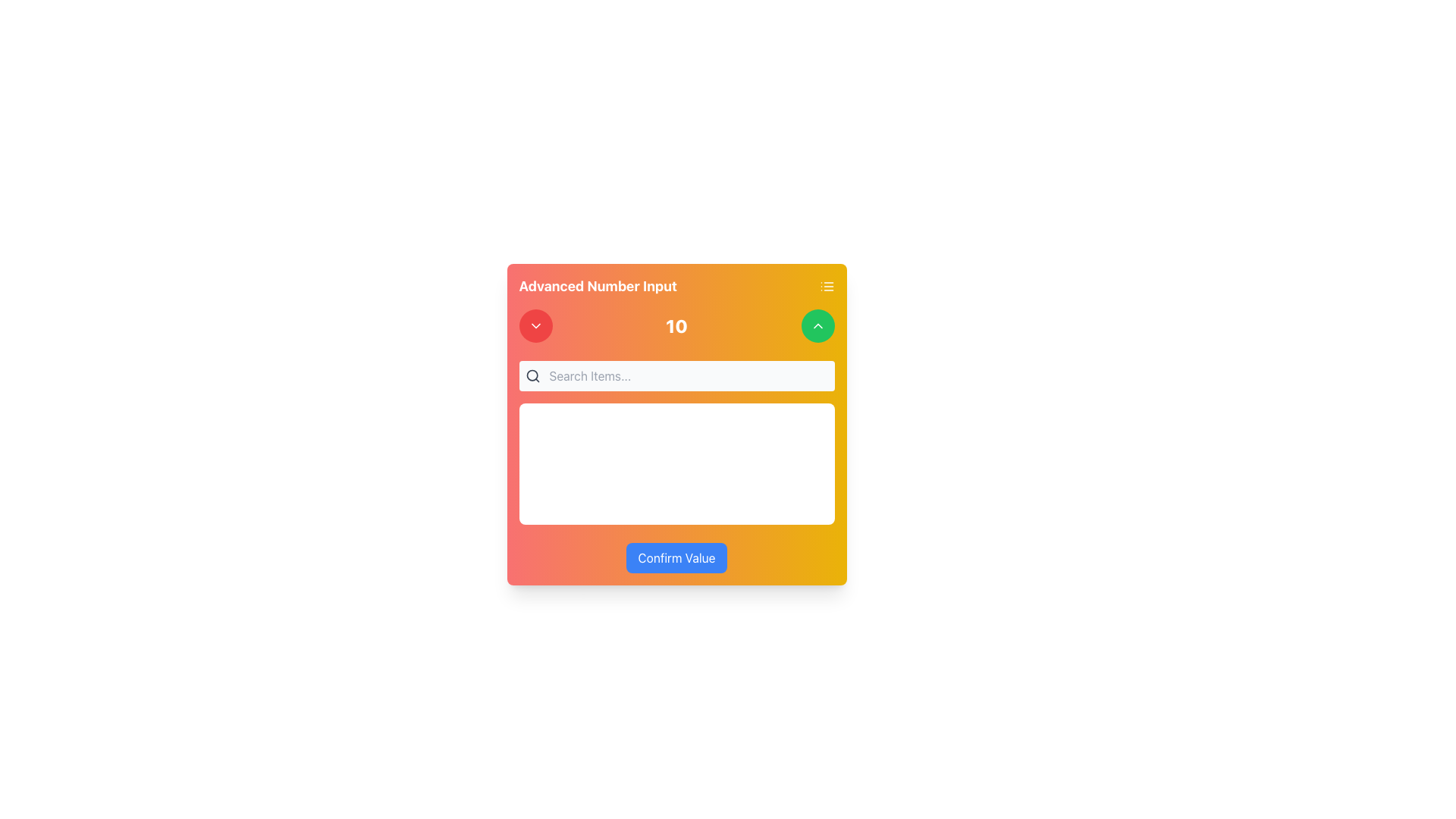 The image size is (1456, 819). What do you see at coordinates (535, 325) in the screenshot?
I see `the icon located in the red circular button in the top-left corner beneath the 'Advanced Number Input' header` at bounding box center [535, 325].